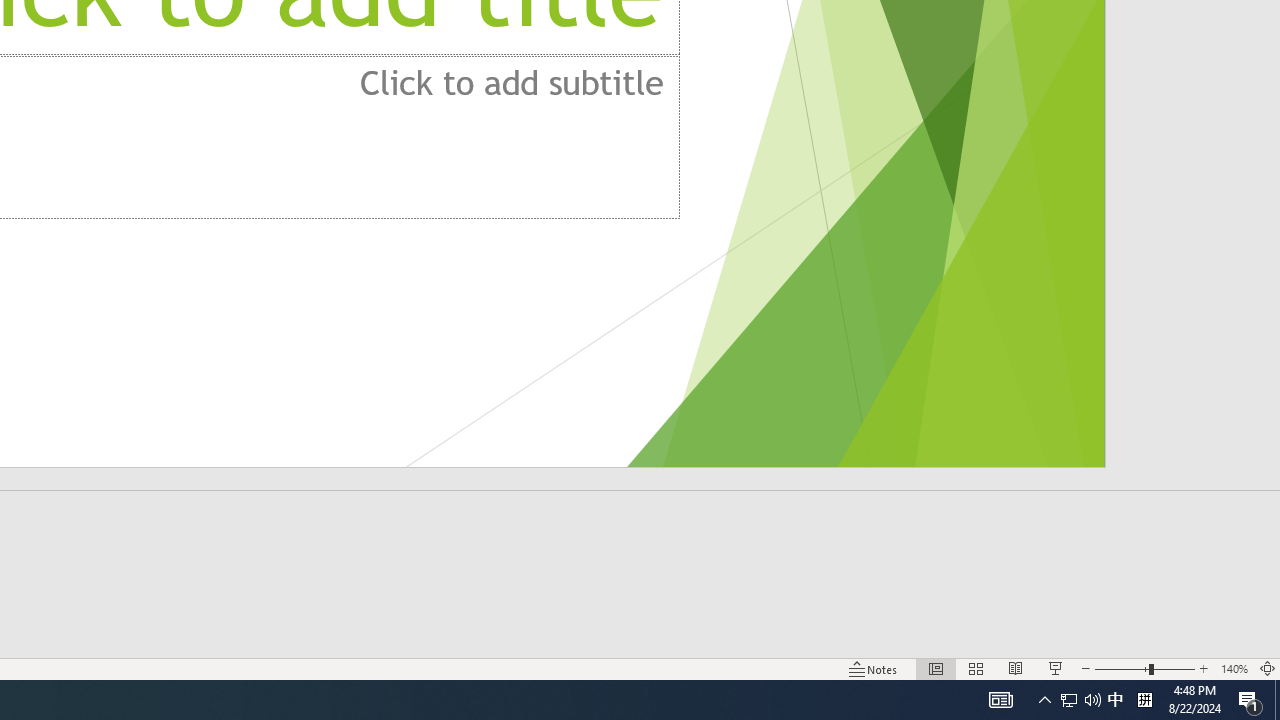  What do you see at coordinates (1233, 669) in the screenshot?
I see `'Zoom 140%'` at bounding box center [1233, 669].